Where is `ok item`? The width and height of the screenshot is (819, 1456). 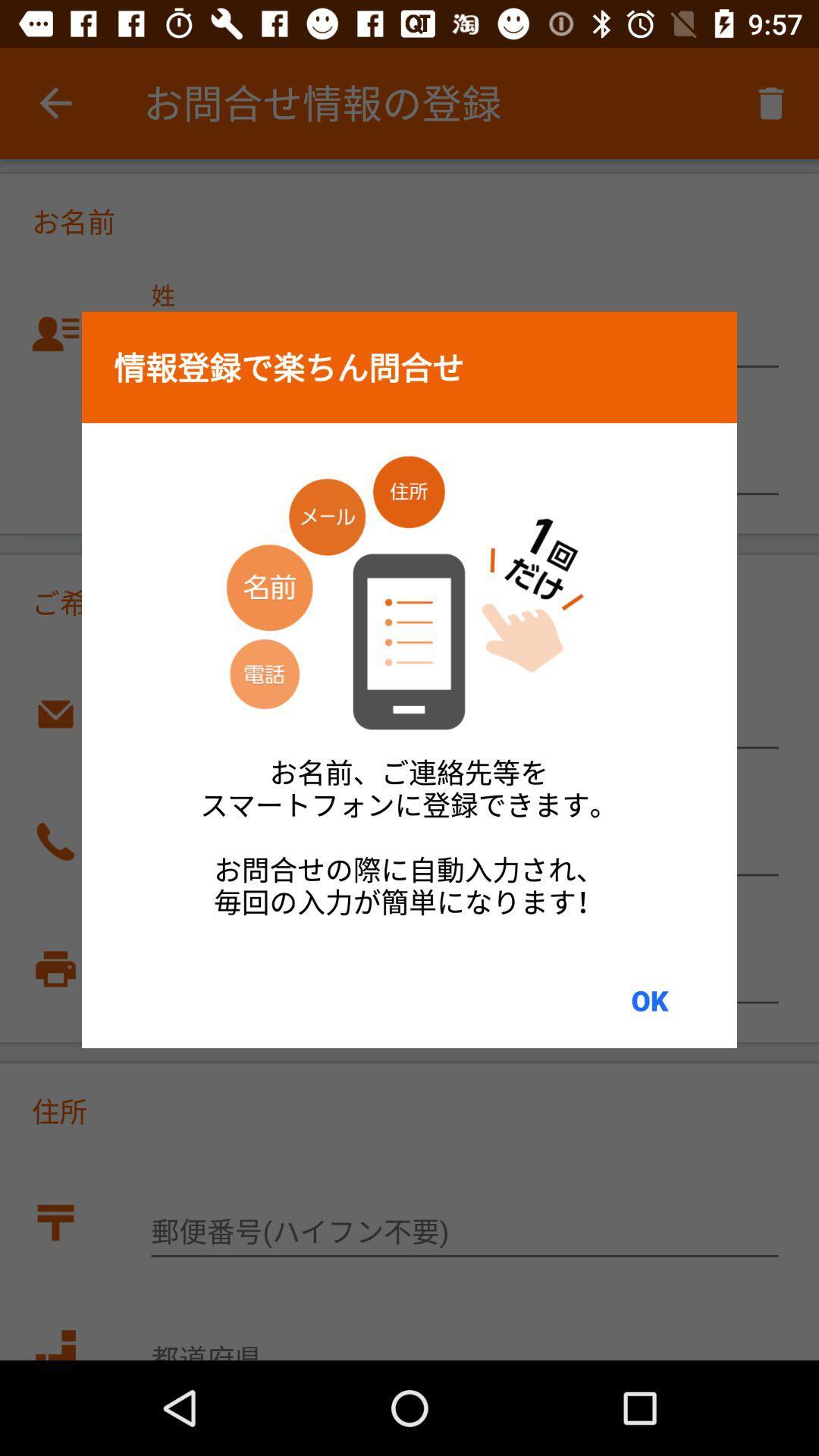
ok item is located at coordinates (648, 1000).